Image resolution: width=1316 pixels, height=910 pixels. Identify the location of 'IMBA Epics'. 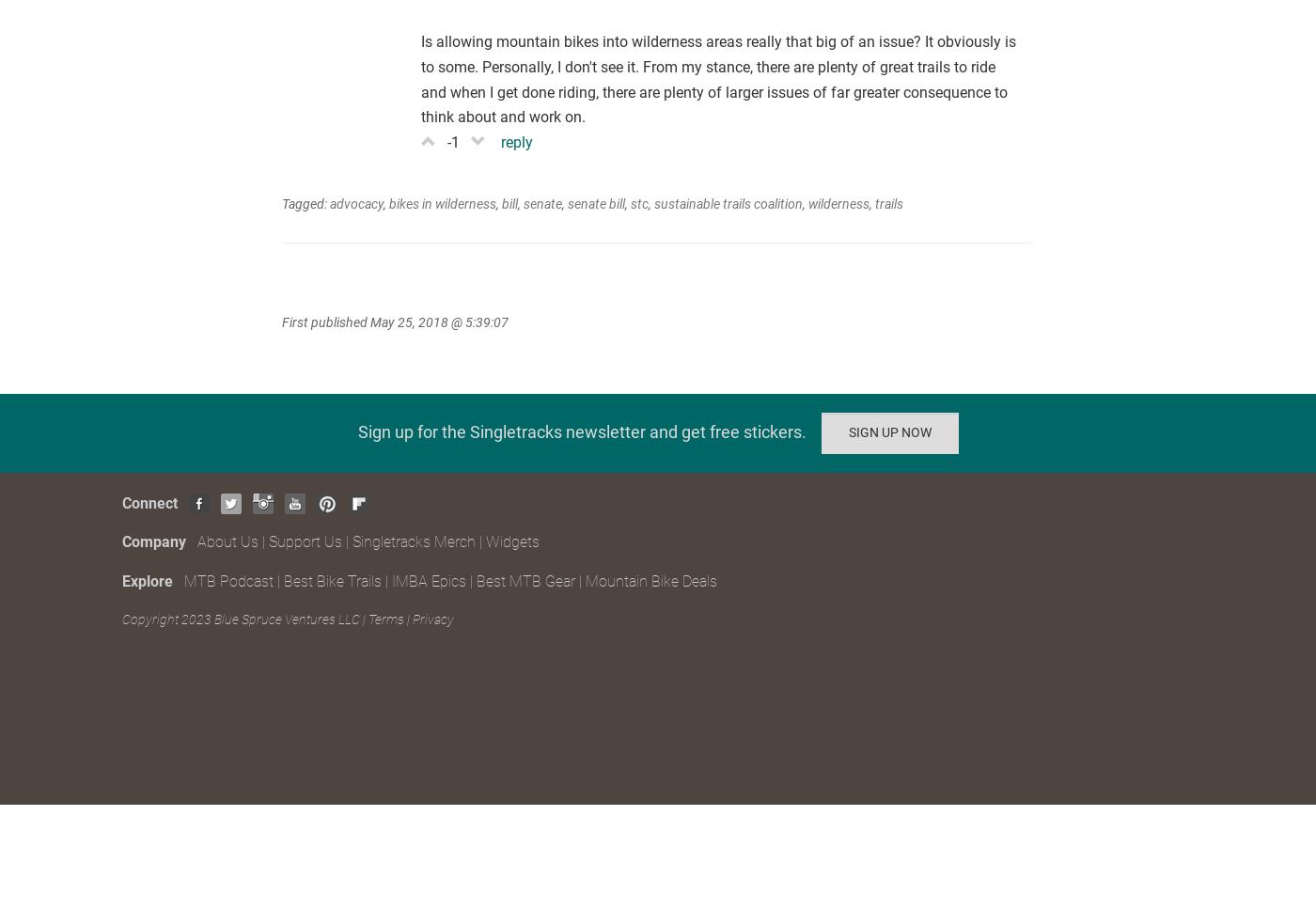
(392, 580).